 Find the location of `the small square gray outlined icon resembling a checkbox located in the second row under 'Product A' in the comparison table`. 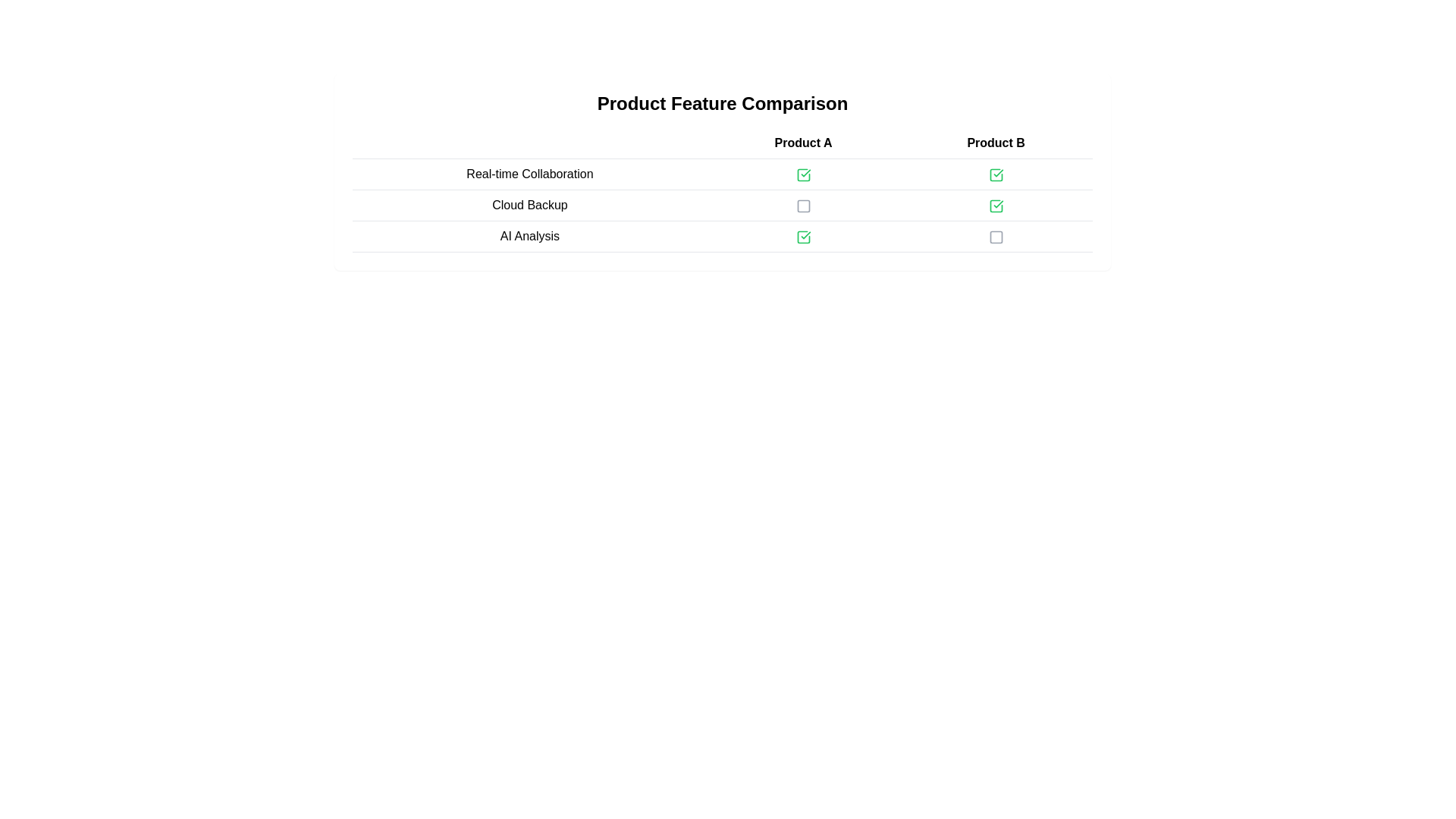

the small square gray outlined icon resembling a checkbox located in the second row under 'Product A' in the comparison table is located at coordinates (802, 206).